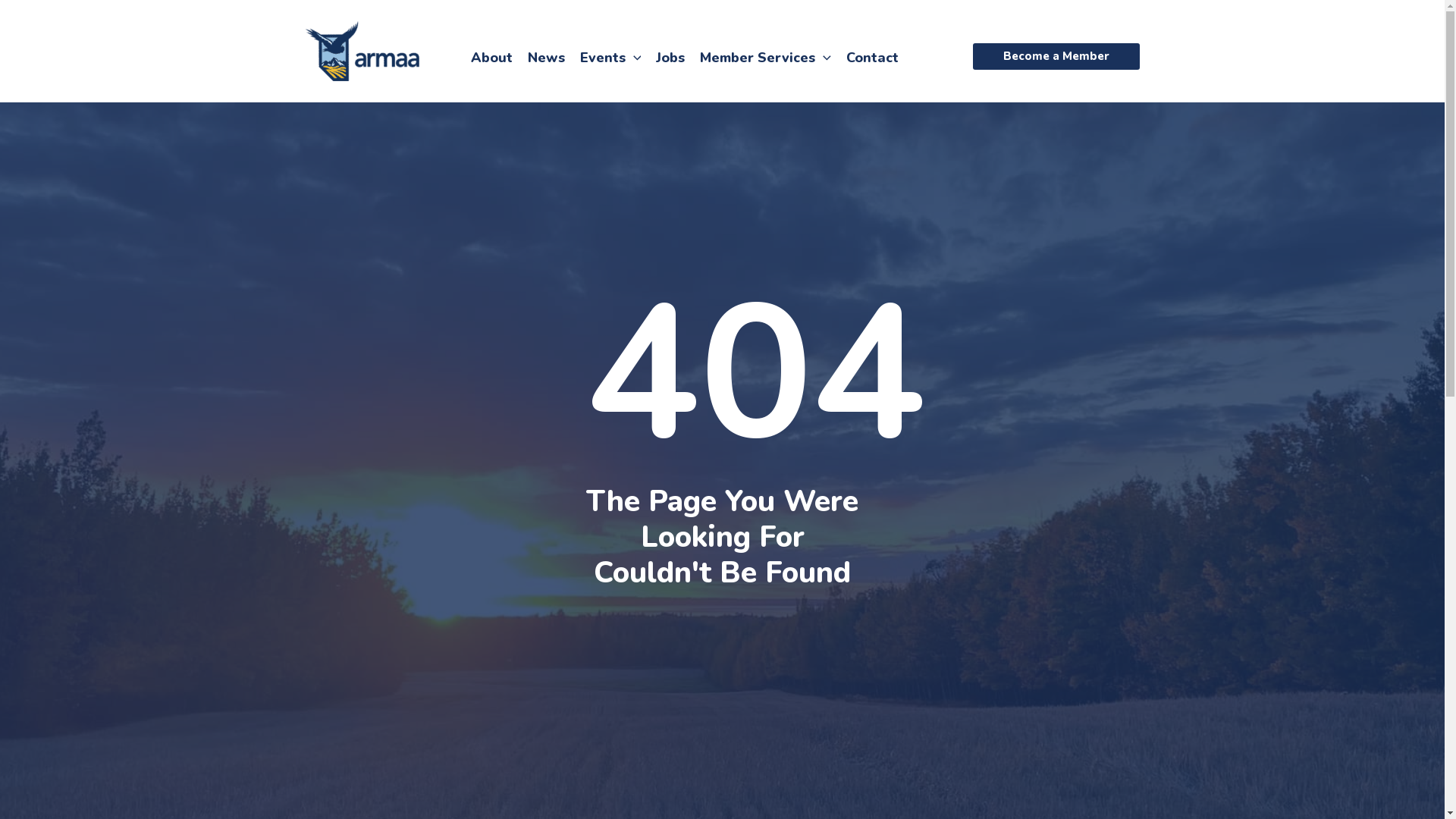 Image resolution: width=1456 pixels, height=819 pixels. Describe the element at coordinates (765, 55) in the screenshot. I see `'Member Services'` at that location.